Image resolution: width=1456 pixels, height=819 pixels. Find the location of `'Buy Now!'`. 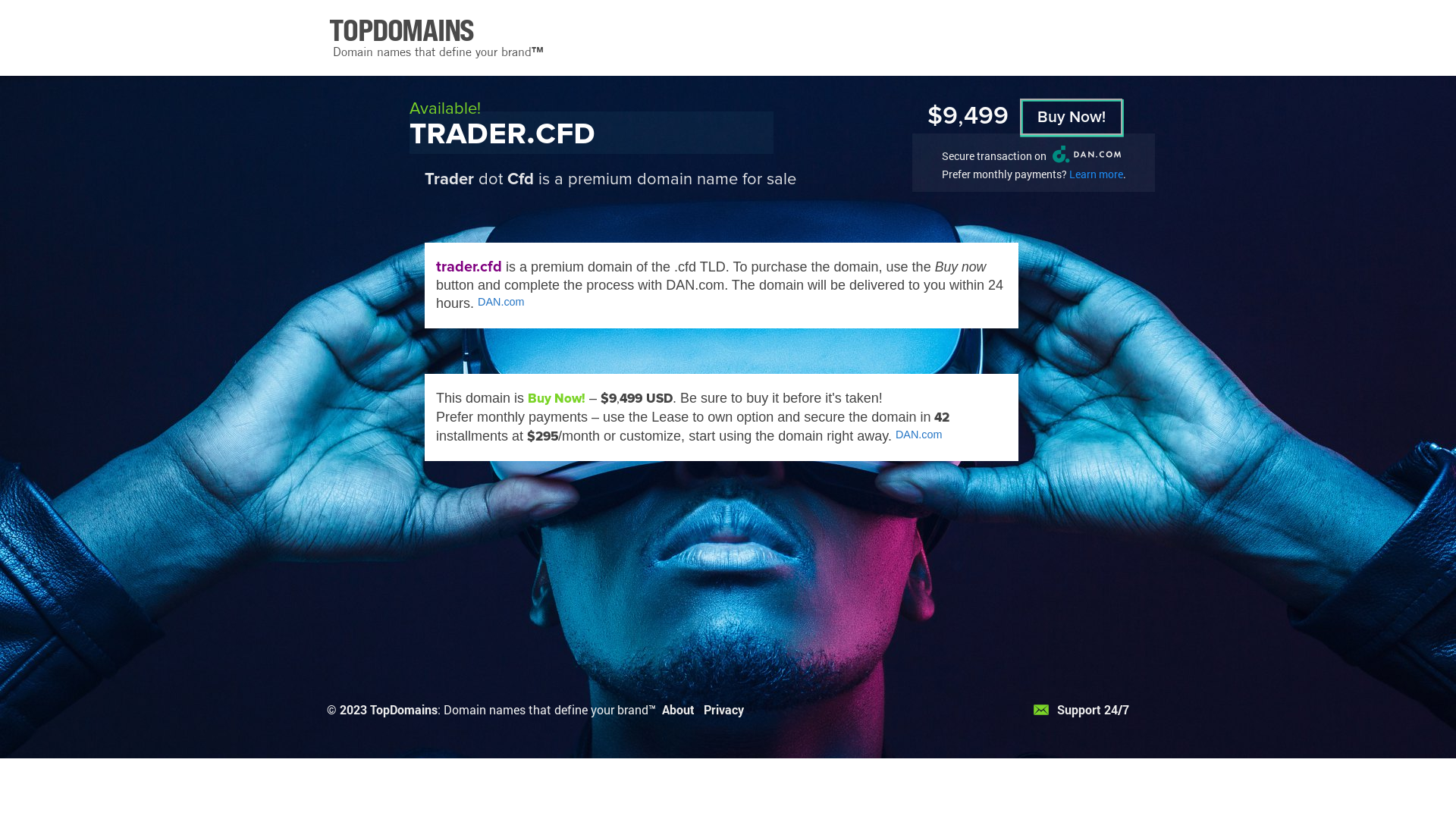

'Buy Now!' is located at coordinates (1070, 116).